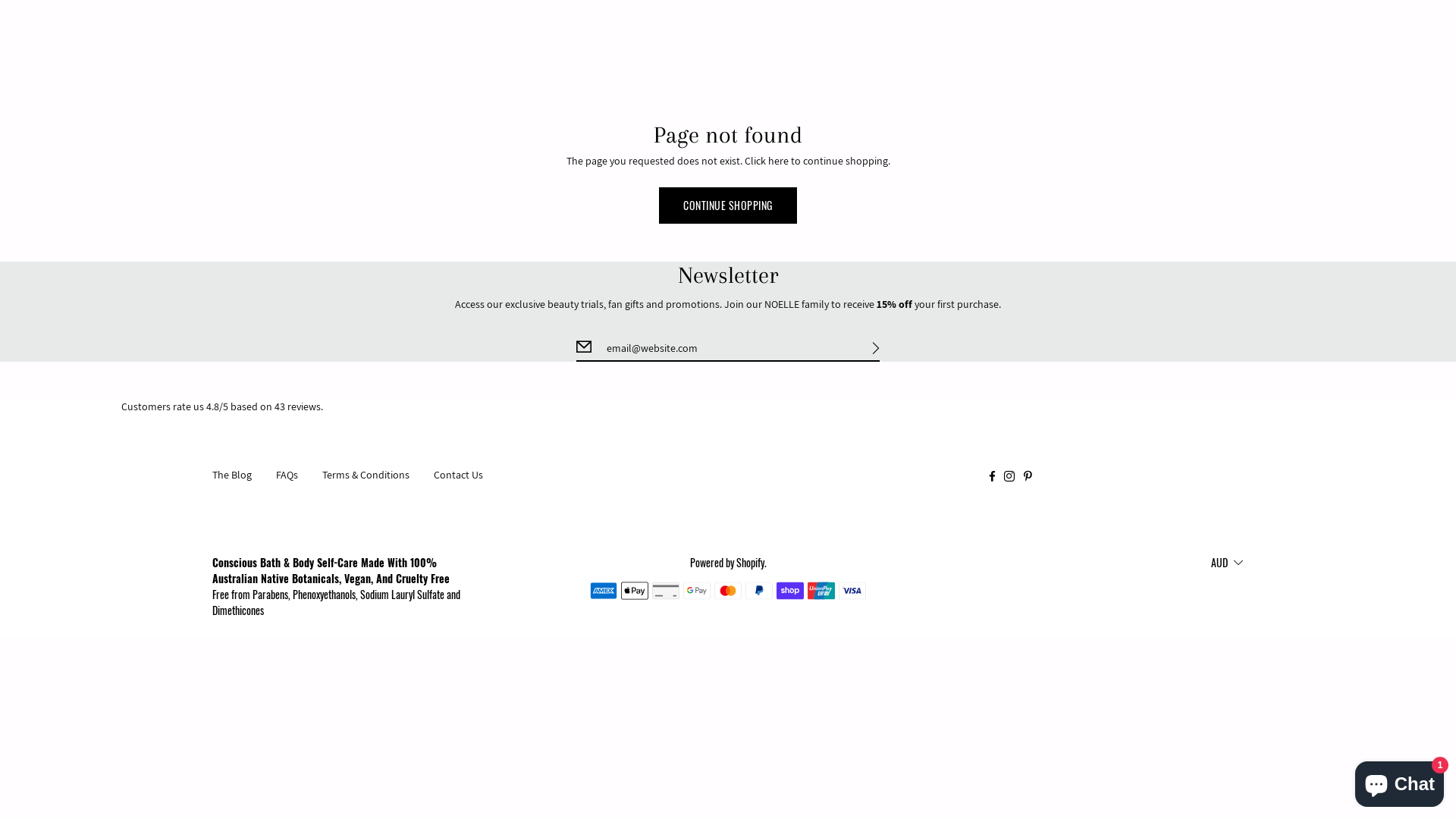 The height and width of the screenshot is (819, 1456). Describe the element at coordinates (1023, 473) in the screenshot. I see `'Pinterest'` at that location.